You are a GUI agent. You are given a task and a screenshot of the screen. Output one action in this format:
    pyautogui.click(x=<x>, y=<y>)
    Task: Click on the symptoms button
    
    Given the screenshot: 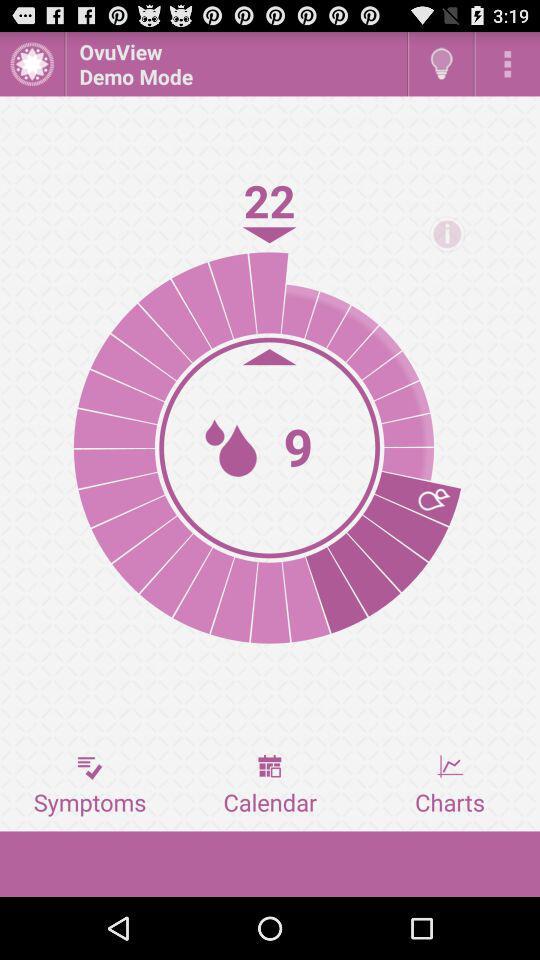 What is the action you would take?
    pyautogui.click(x=89, y=785)
    